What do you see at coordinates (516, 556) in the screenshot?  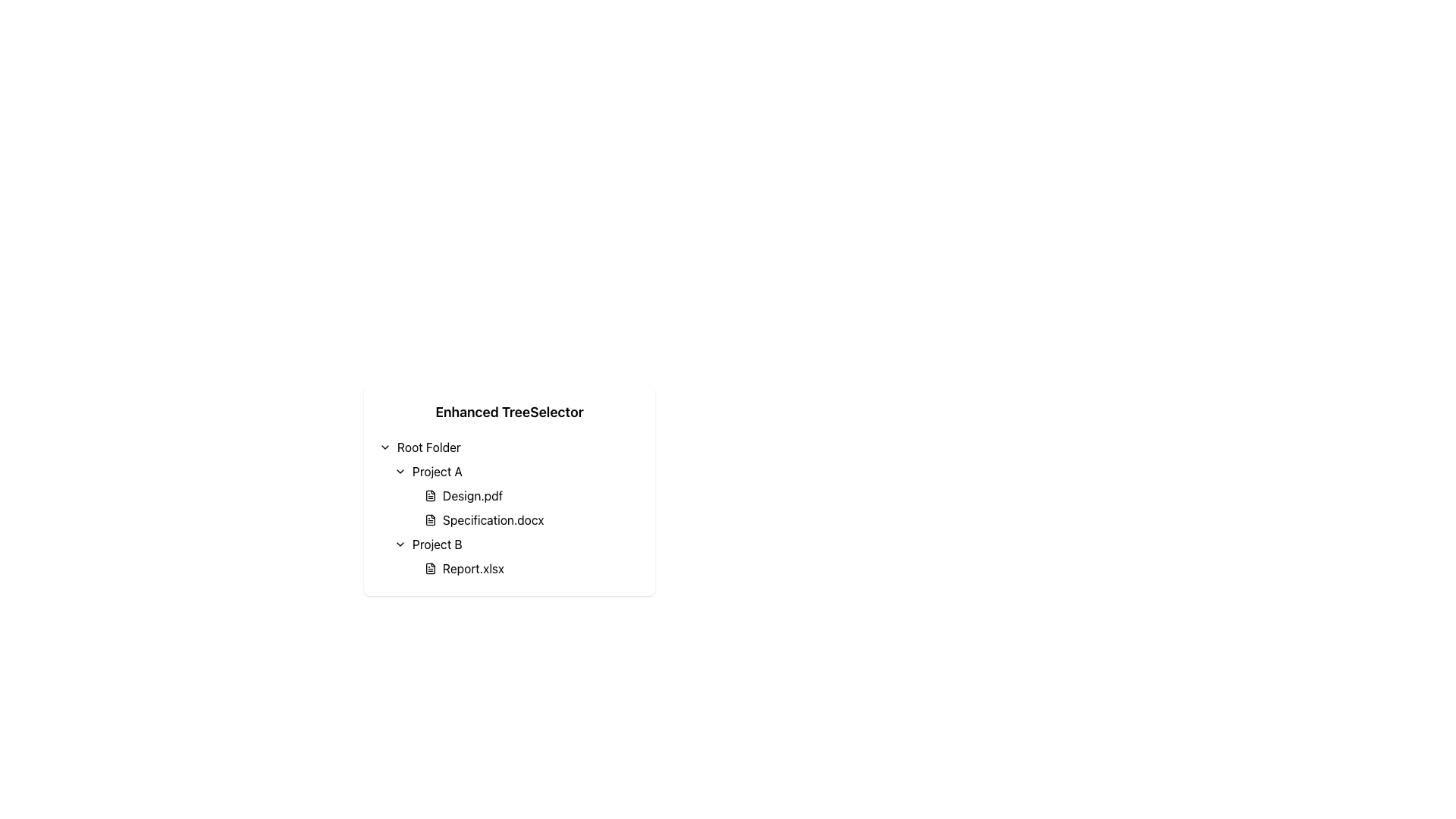 I see `the 'Report.xlsx' file within the 'Project B' folder` at bounding box center [516, 556].